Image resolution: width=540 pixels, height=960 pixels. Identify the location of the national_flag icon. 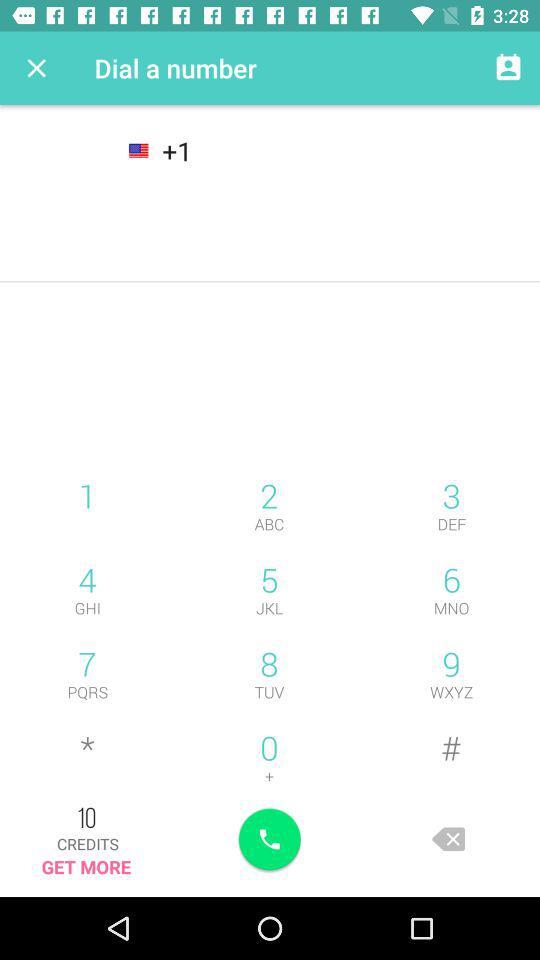
(137, 149).